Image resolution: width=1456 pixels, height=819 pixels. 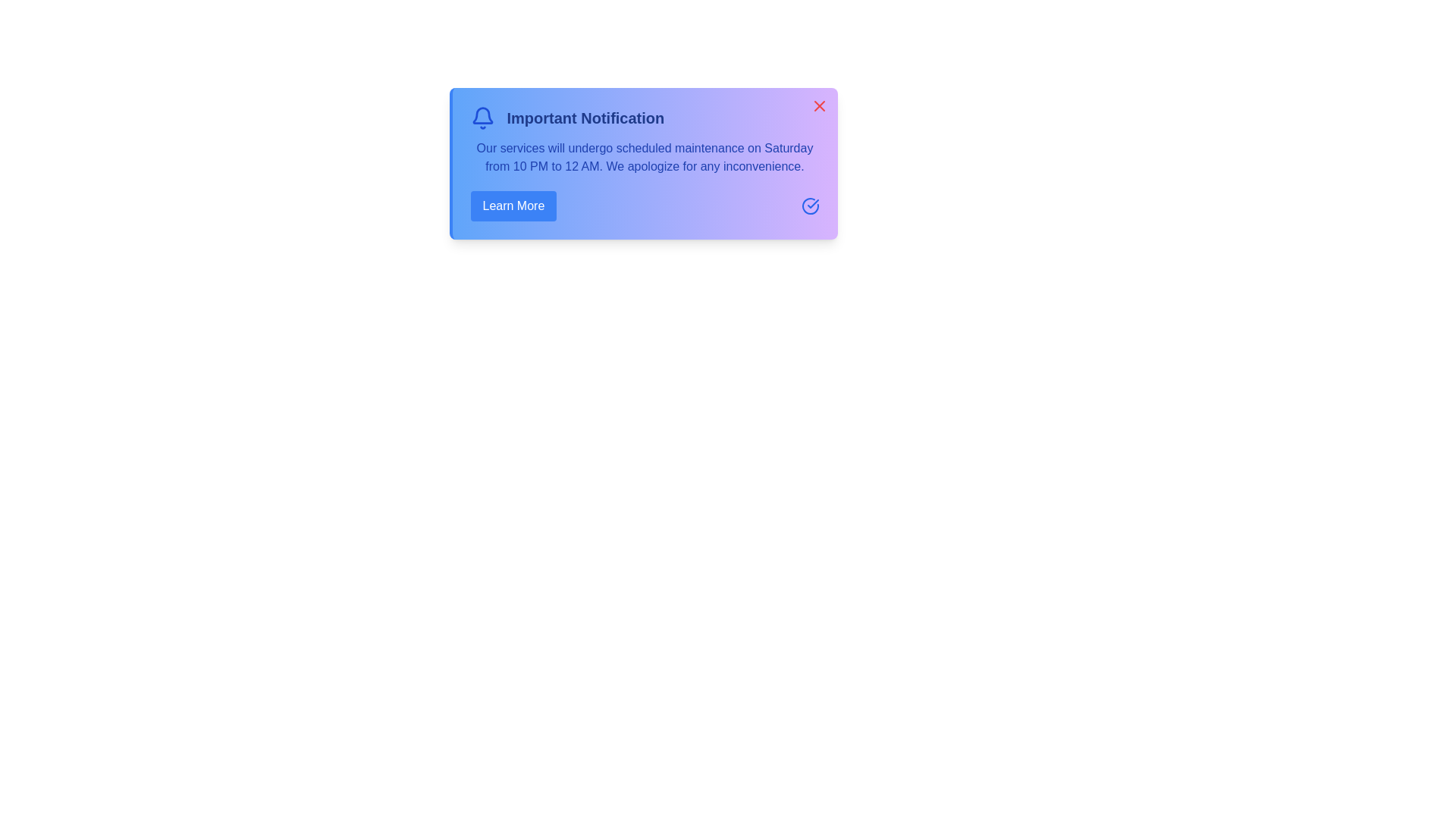 What do you see at coordinates (809, 206) in the screenshot?
I see `the notification acknowledgment icon to display its description` at bounding box center [809, 206].